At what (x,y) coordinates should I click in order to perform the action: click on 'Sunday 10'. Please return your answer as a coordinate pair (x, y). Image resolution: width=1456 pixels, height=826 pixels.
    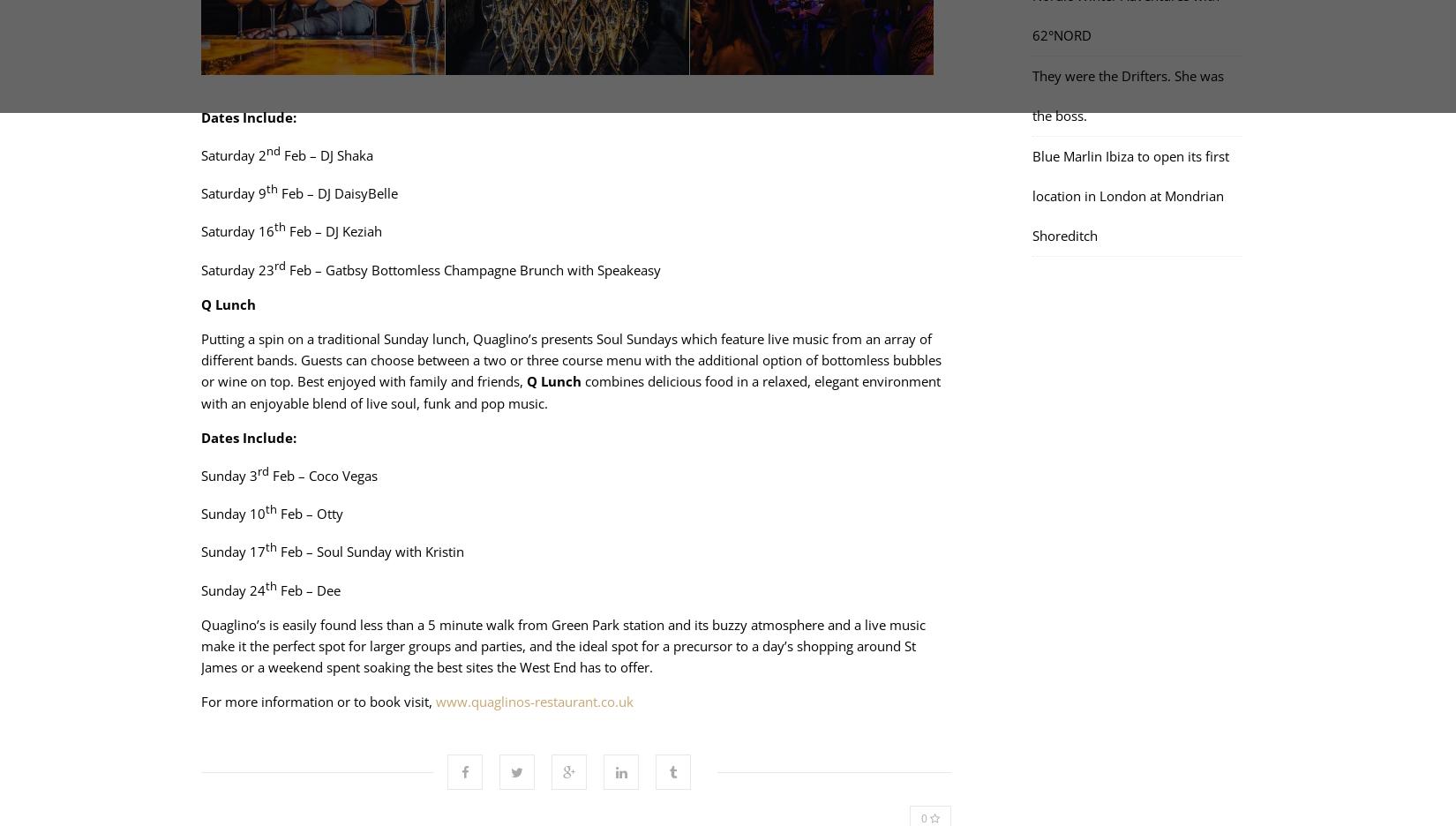
    Looking at the image, I should click on (232, 513).